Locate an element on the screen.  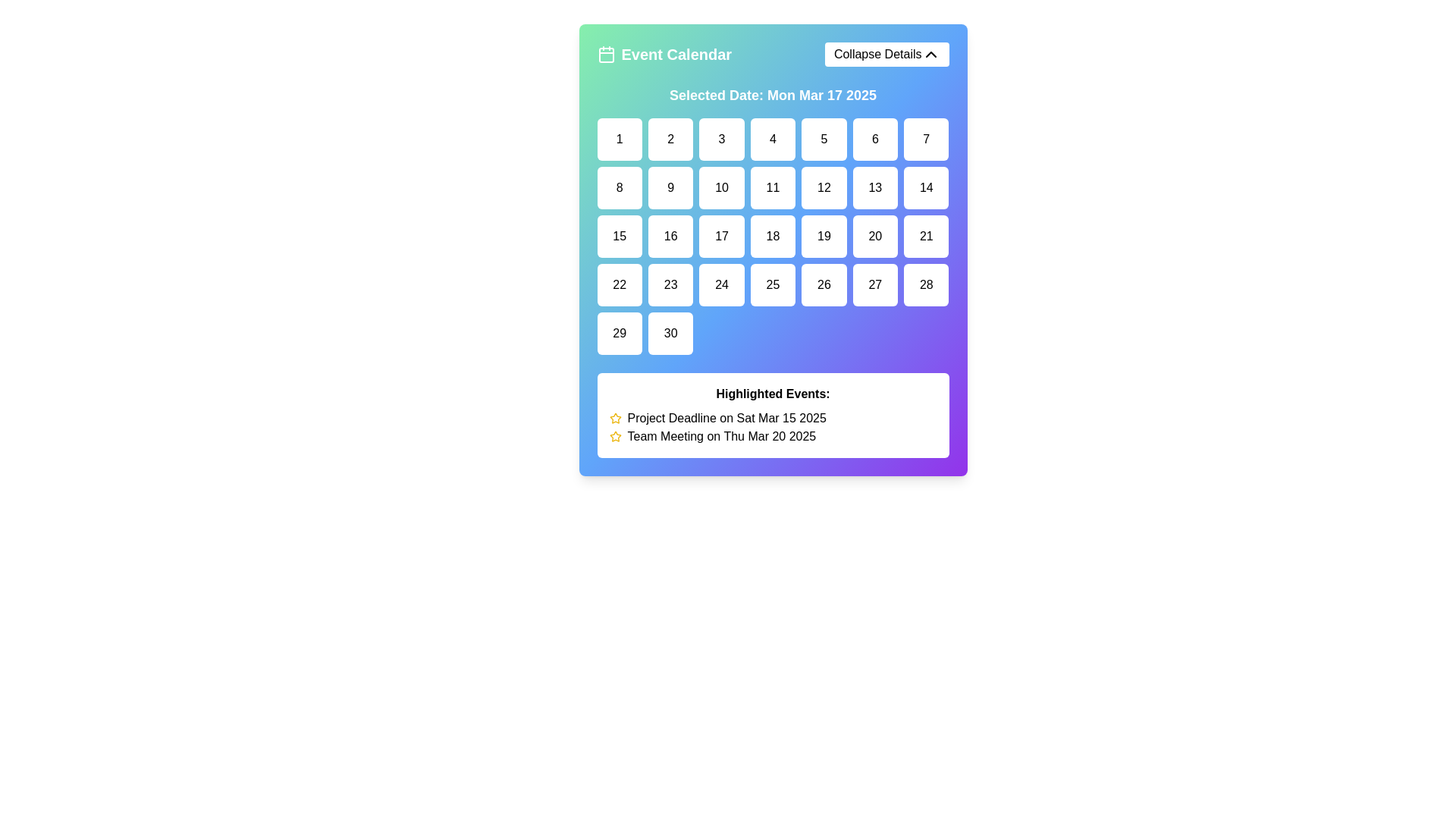
the button representing the 29th day in the calendar grid to observe the hover effect is located at coordinates (620, 332).